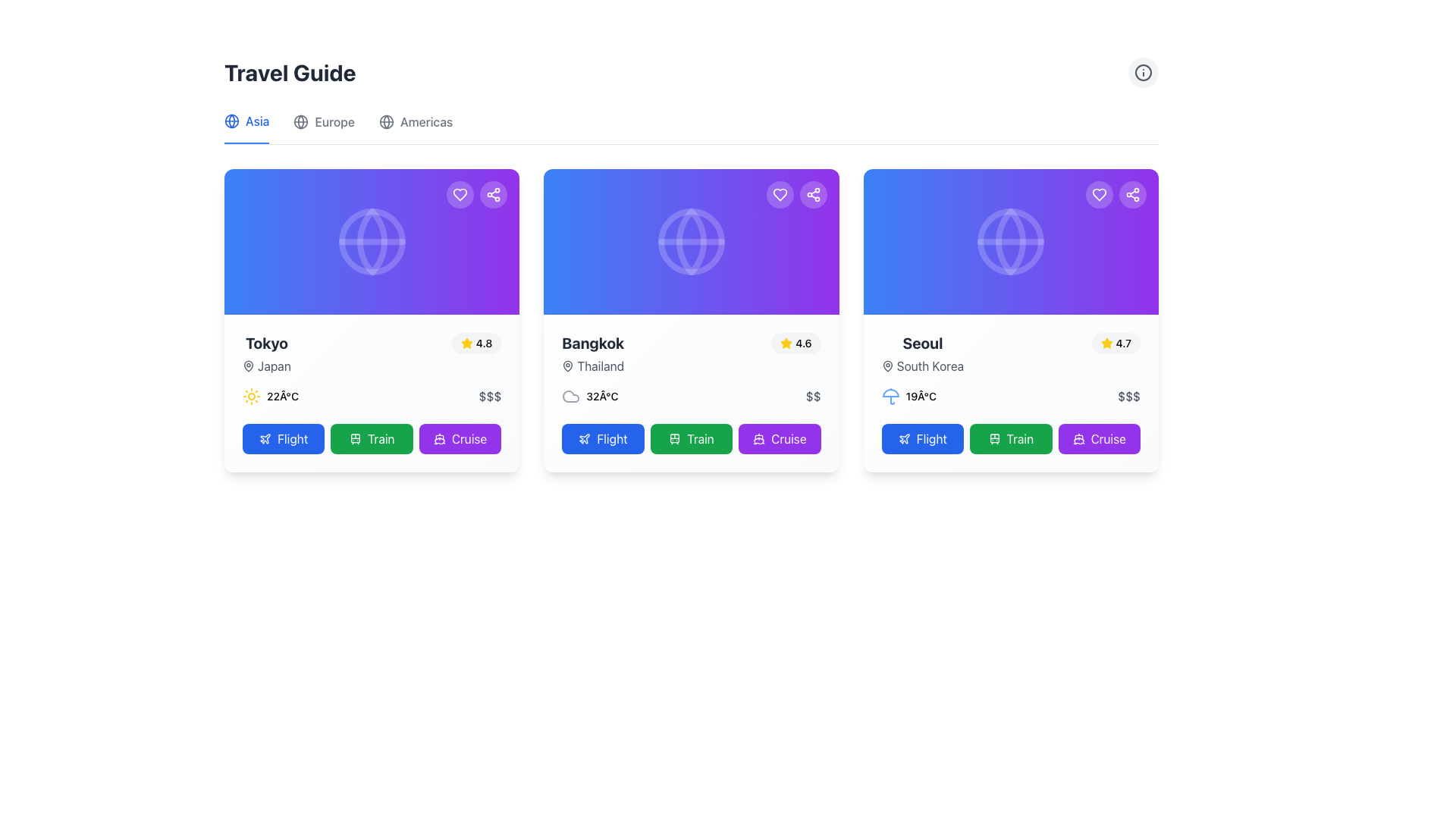 This screenshot has width=1456, height=819. Describe the element at coordinates (460, 194) in the screenshot. I see `the heart icon located at the top right corner of the 'Tokyo' card` at that location.